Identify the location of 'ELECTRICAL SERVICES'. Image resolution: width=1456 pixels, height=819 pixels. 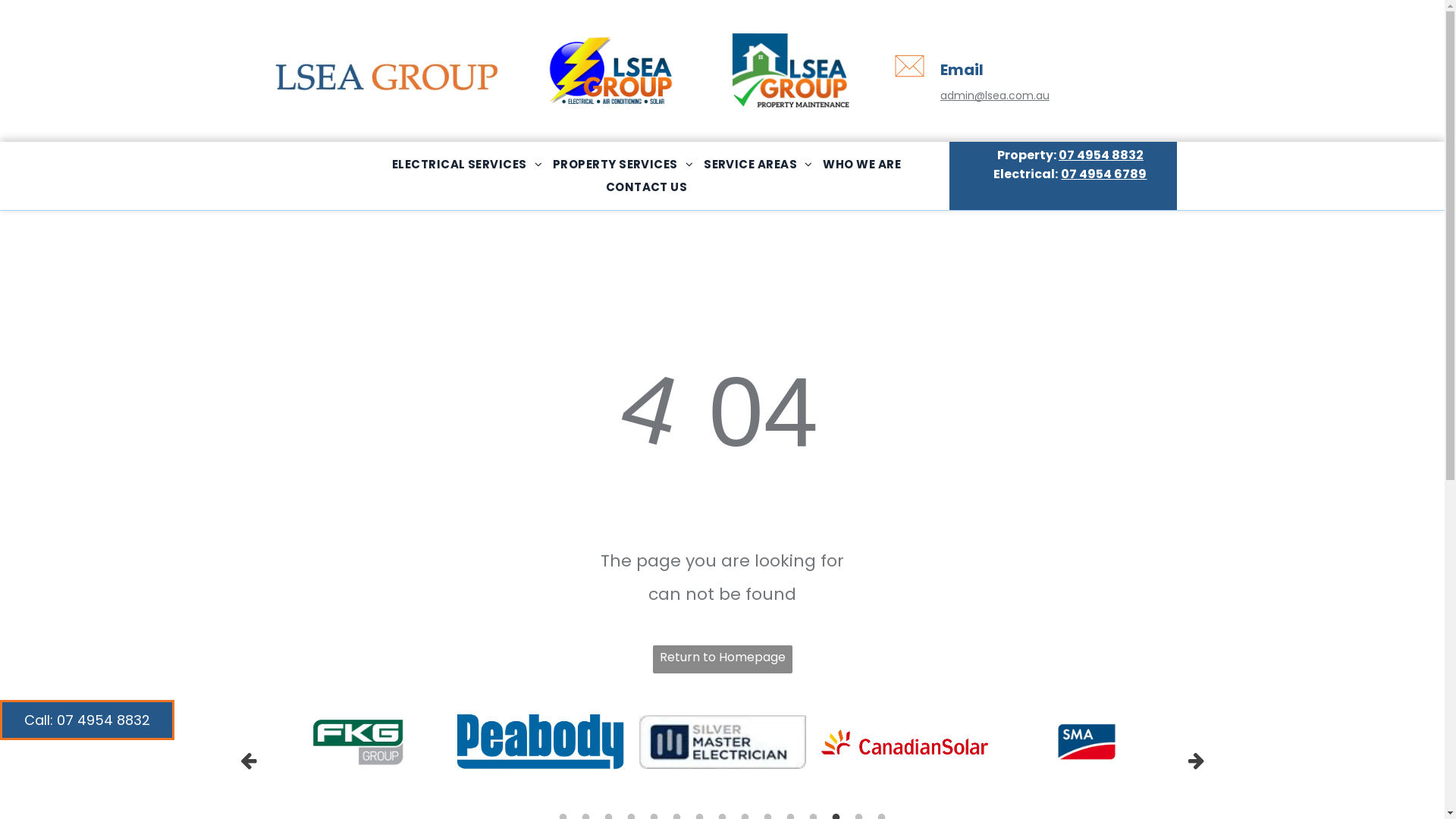
(466, 164).